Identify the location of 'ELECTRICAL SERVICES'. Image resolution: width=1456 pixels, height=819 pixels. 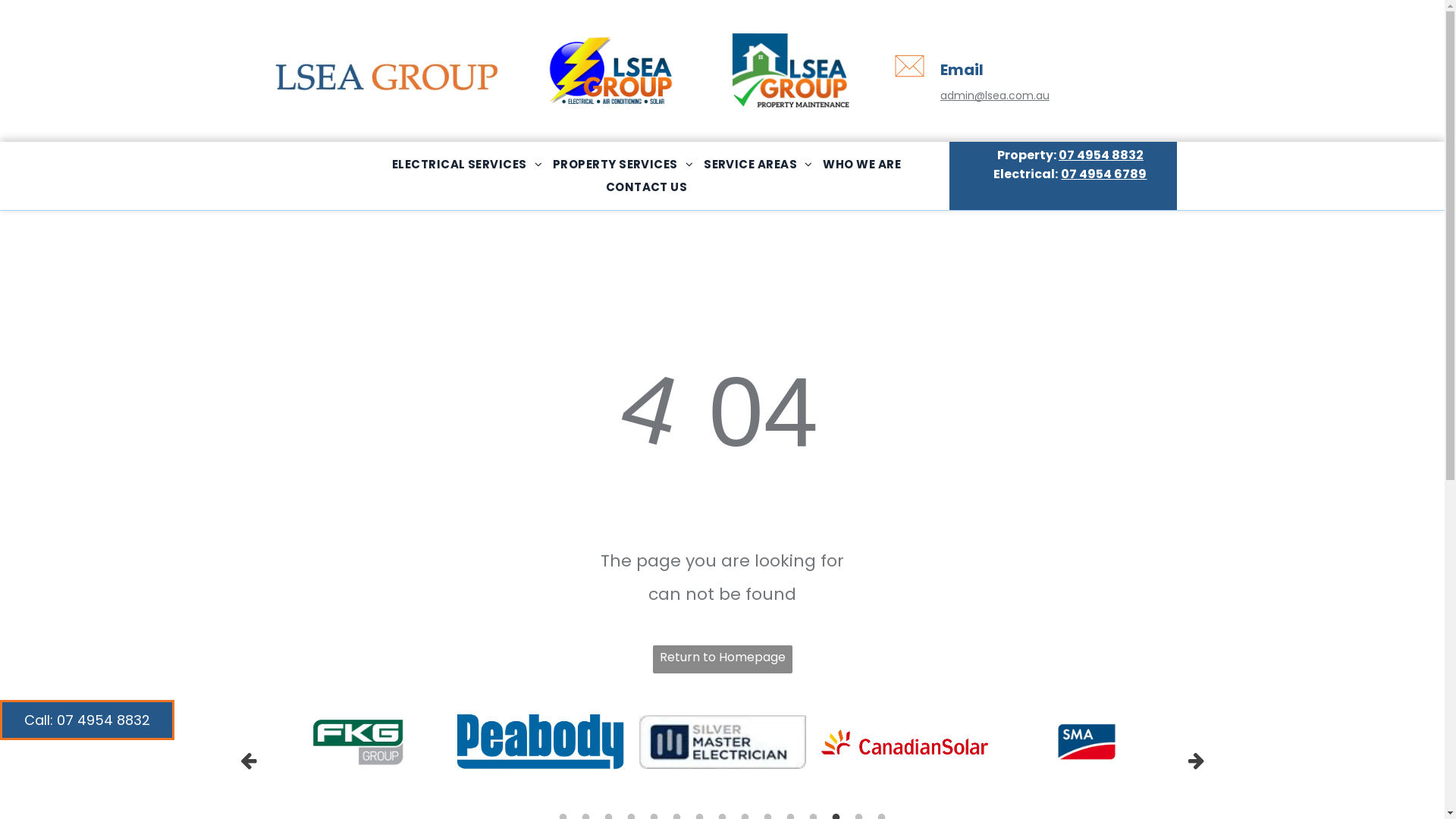
(466, 164).